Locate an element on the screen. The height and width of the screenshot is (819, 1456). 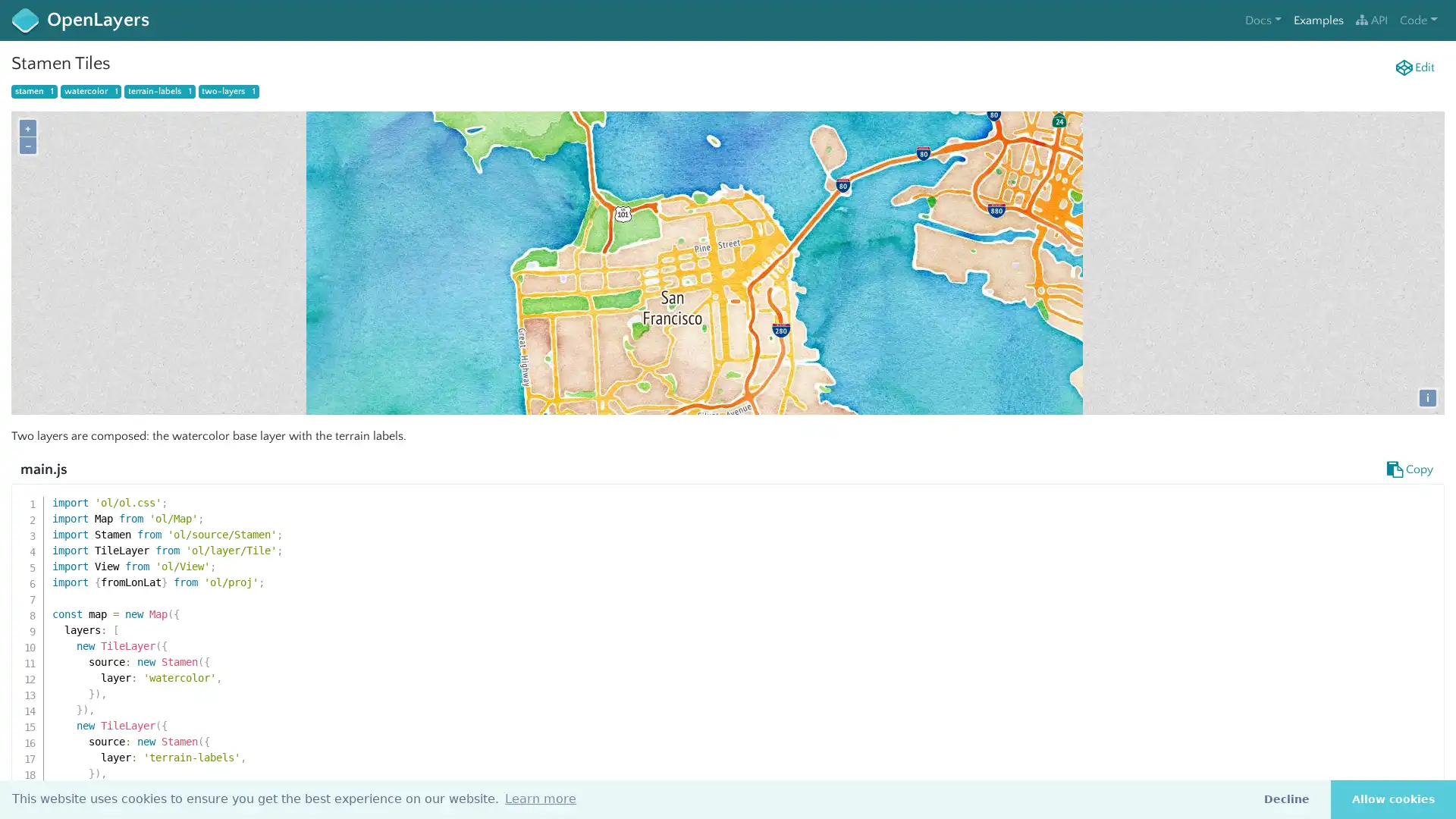
learn more about cookies is located at coordinates (541, 798).